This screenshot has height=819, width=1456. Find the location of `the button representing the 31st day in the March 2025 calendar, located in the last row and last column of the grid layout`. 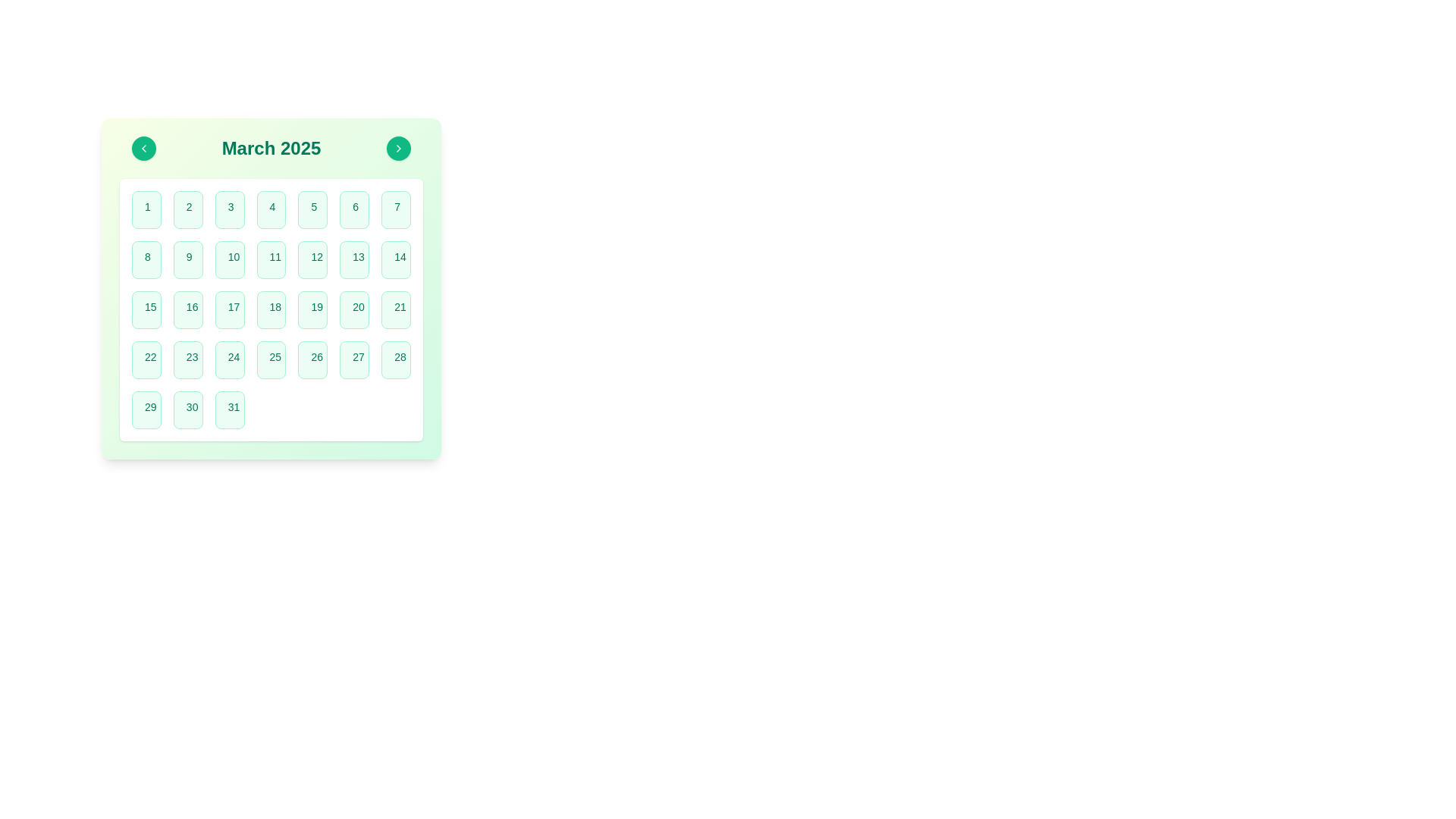

the button representing the 31st day in the March 2025 calendar, located in the last row and last column of the grid layout is located at coordinates (229, 409).